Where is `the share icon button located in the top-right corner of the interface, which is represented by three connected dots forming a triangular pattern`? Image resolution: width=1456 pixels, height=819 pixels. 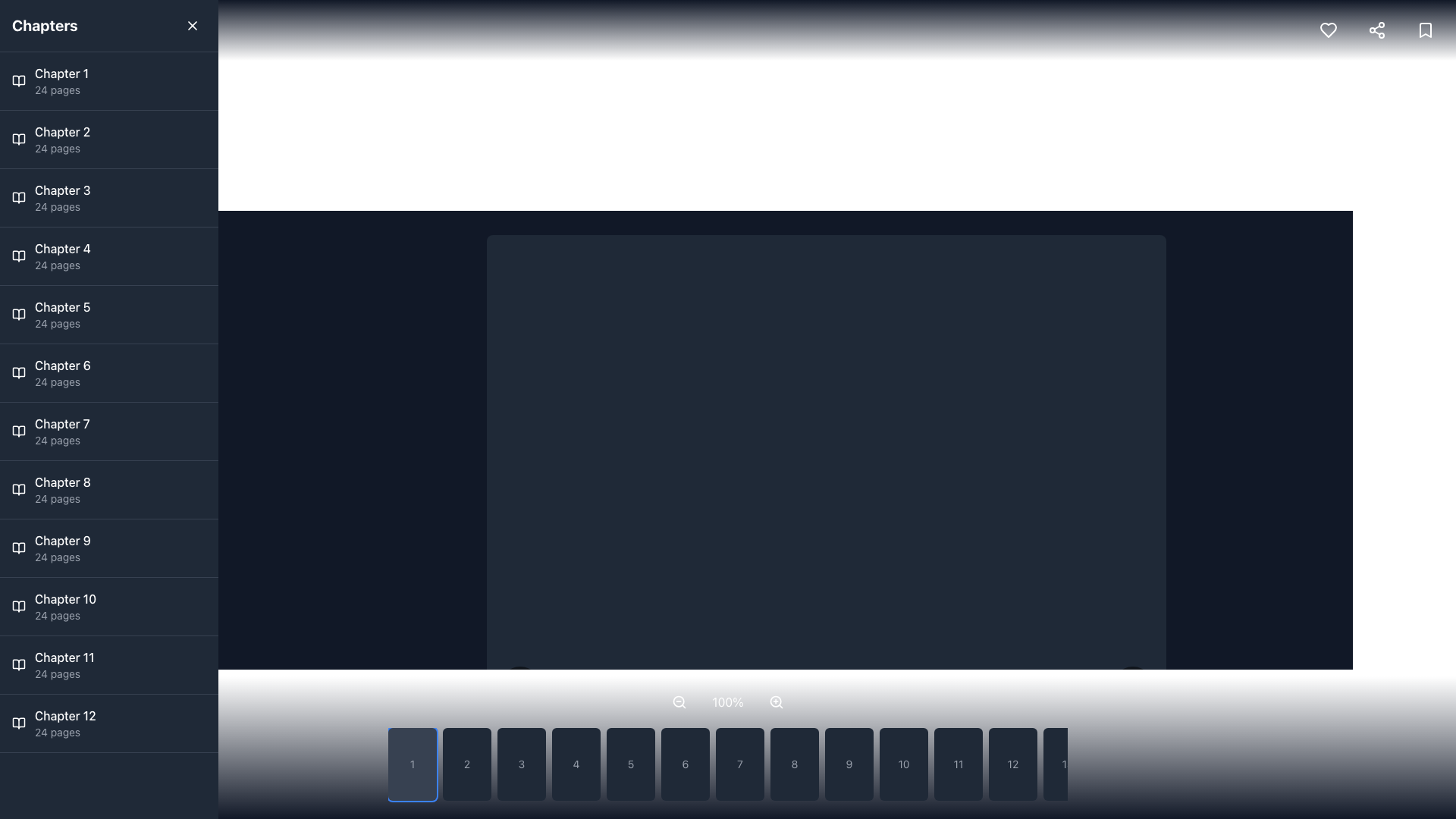
the share icon button located in the top-right corner of the interface, which is represented by three connected dots forming a triangular pattern is located at coordinates (1376, 30).